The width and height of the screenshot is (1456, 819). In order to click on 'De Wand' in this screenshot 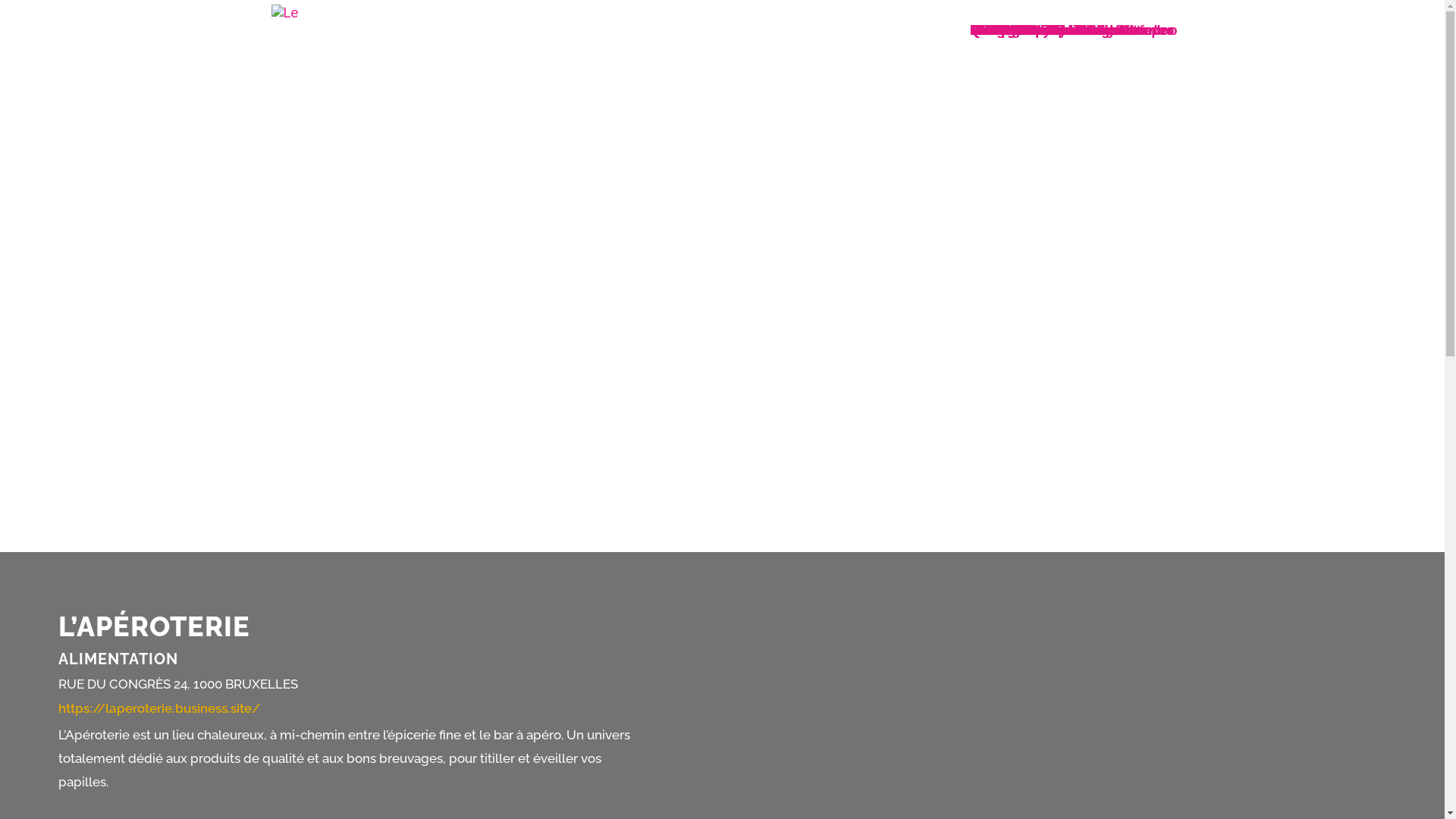, I will do `click(998, 30)`.